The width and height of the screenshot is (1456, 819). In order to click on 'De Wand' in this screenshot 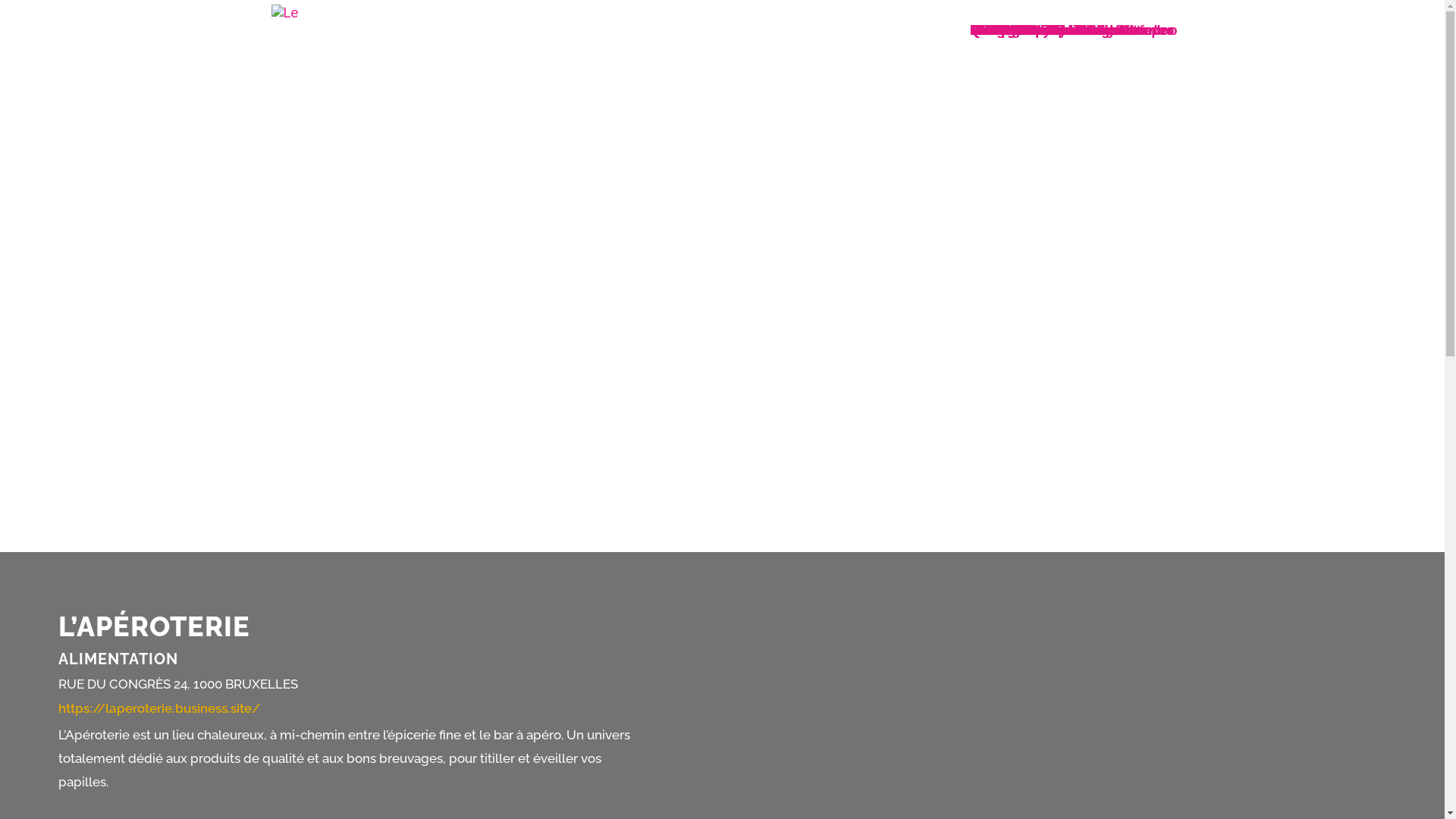, I will do `click(998, 30)`.